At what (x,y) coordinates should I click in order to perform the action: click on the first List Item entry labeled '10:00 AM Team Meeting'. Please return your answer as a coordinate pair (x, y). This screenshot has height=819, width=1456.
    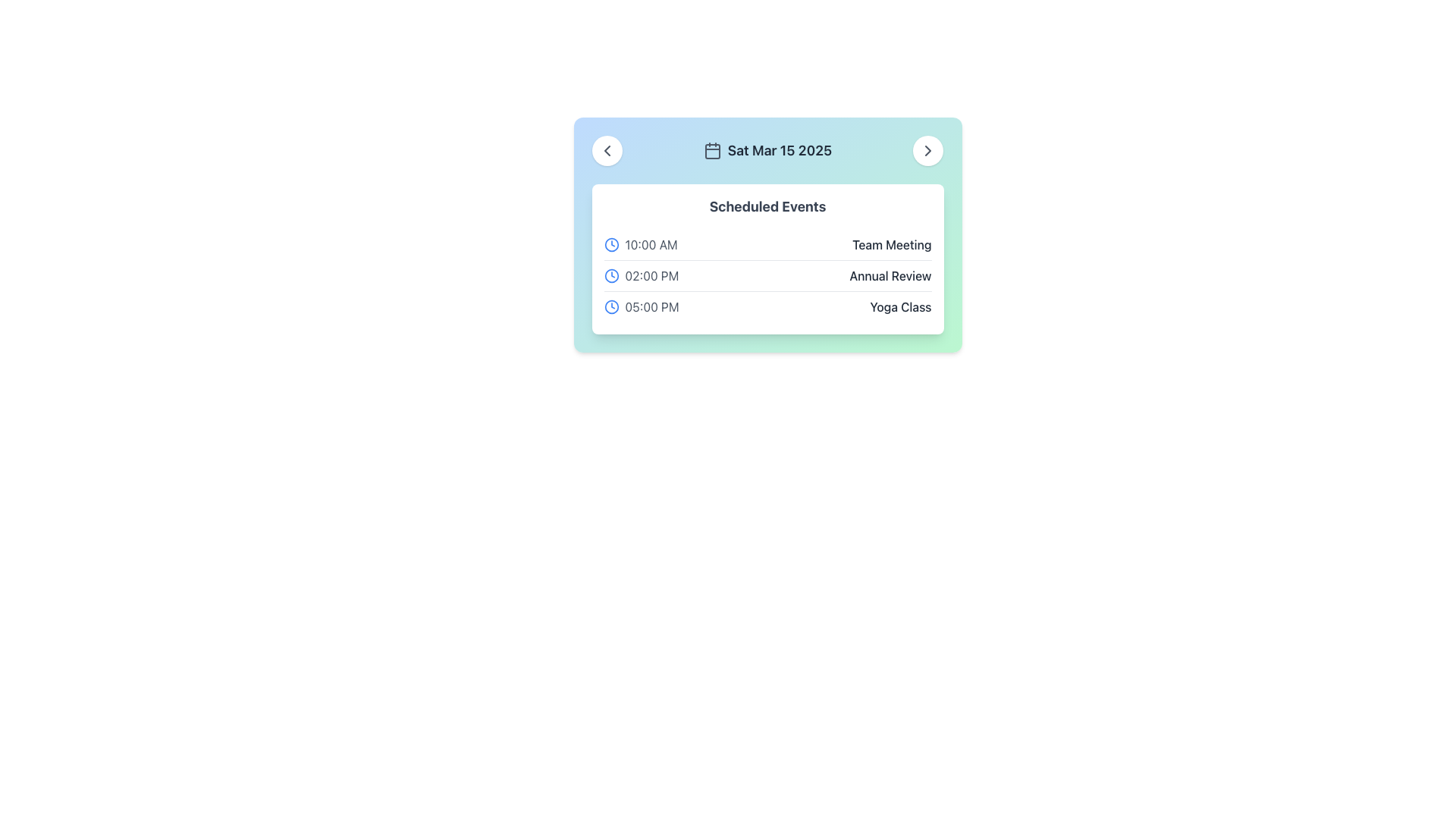
    Looking at the image, I should click on (767, 244).